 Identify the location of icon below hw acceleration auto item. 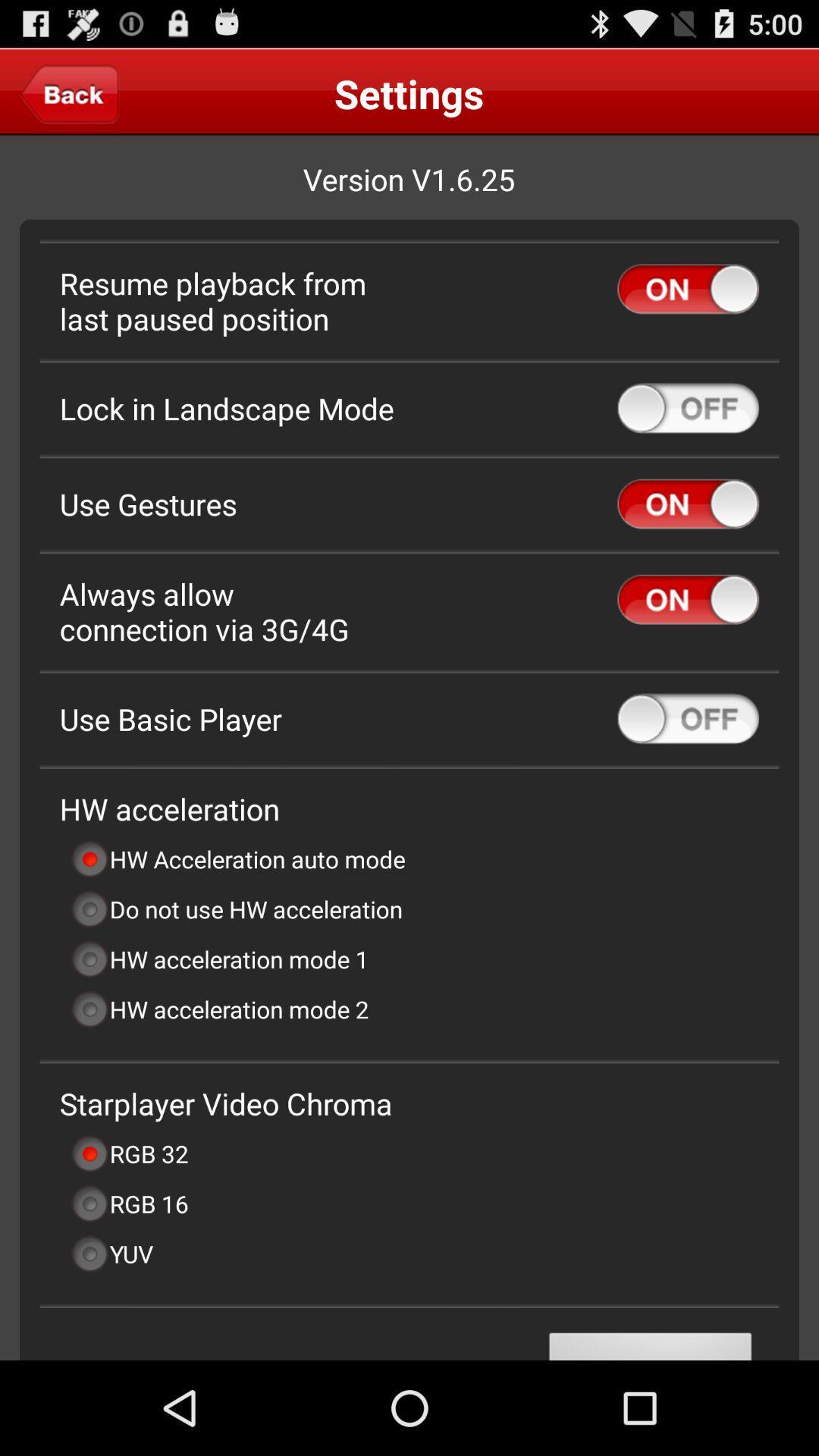
(236, 909).